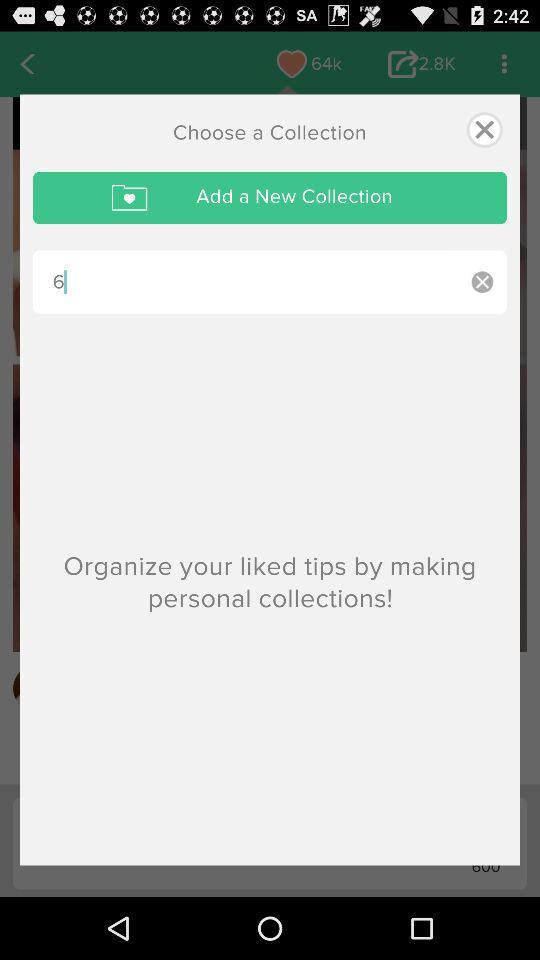 This screenshot has width=540, height=960. What do you see at coordinates (245, 281) in the screenshot?
I see `the item below add a new icon` at bounding box center [245, 281].